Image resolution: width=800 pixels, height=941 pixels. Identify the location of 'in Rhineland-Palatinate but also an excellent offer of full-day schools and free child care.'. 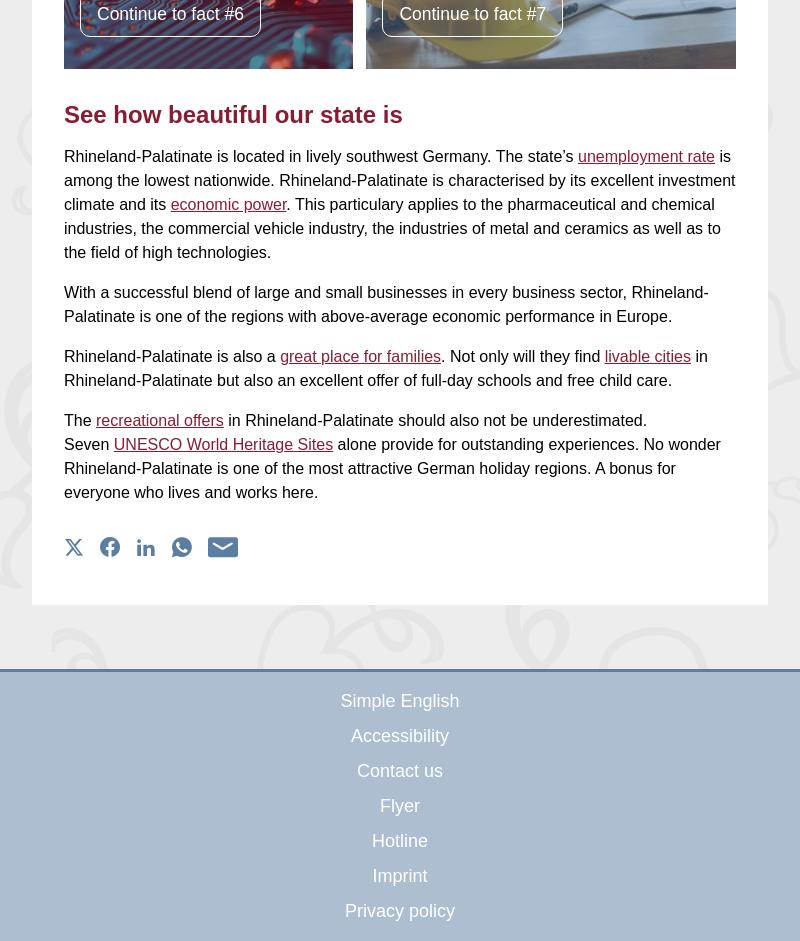
(384, 368).